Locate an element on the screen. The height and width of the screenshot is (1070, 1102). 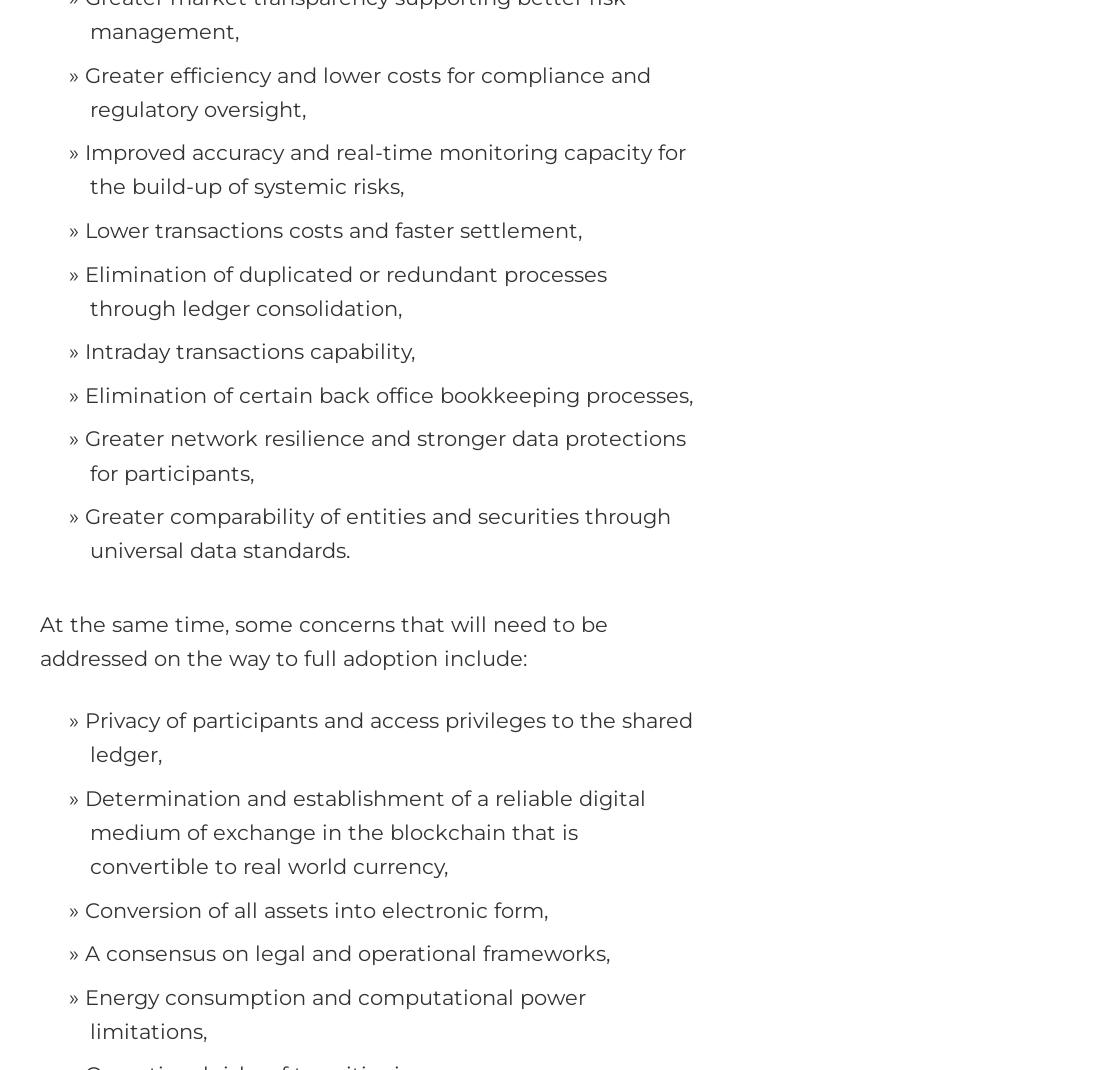
'Privacy of participants and access privileges to the shared ledger,' is located at coordinates (389, 736).